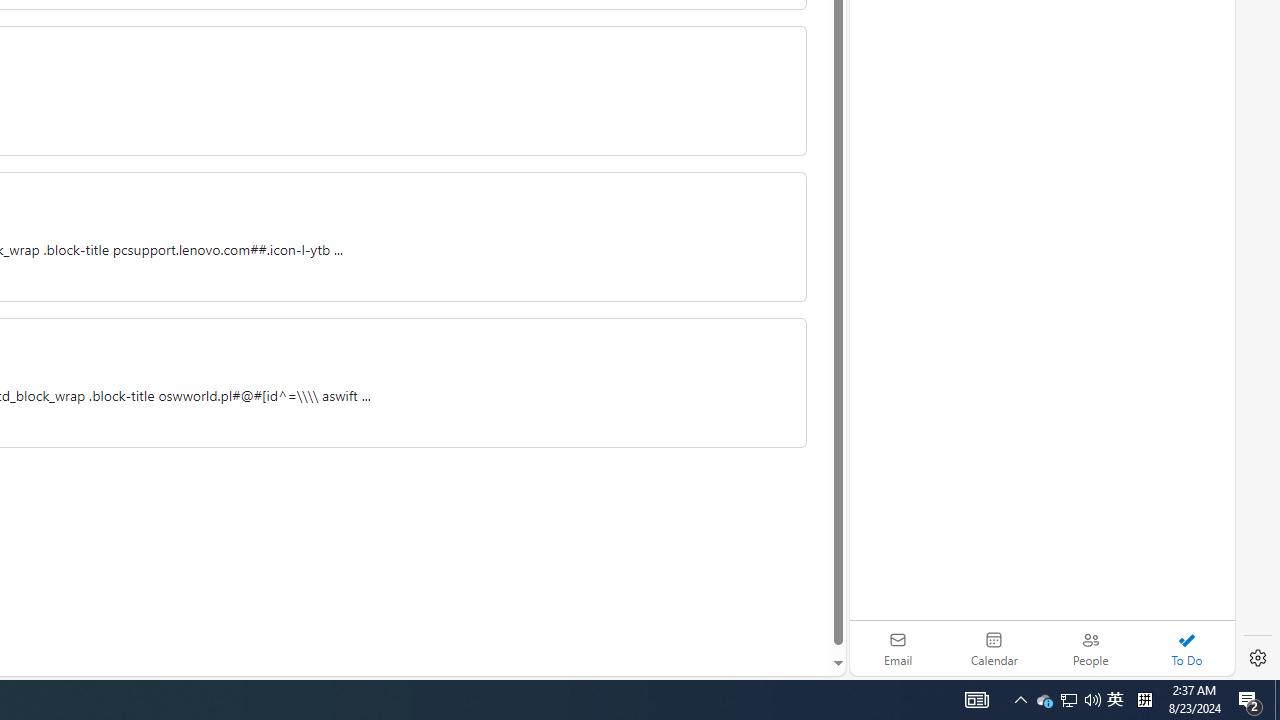 Image resolution: width=1280 pixels, height=720 pixels. Describe the element at coordinates (1089, 648) in the screenshot. I see `'People'` at that location.